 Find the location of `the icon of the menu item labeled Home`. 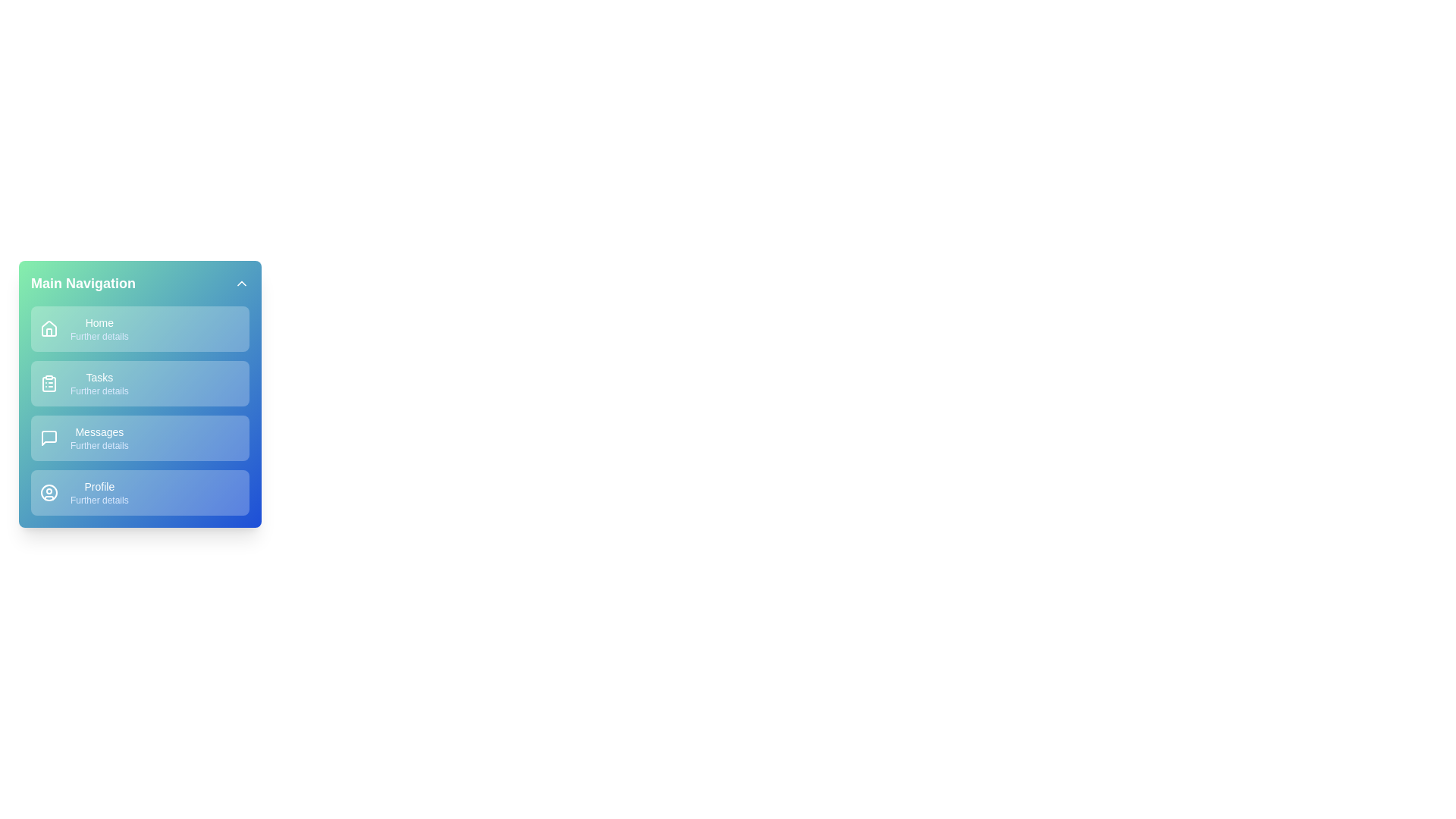

the icon of the menu item labeled Home is located at coordinates (49, 328).